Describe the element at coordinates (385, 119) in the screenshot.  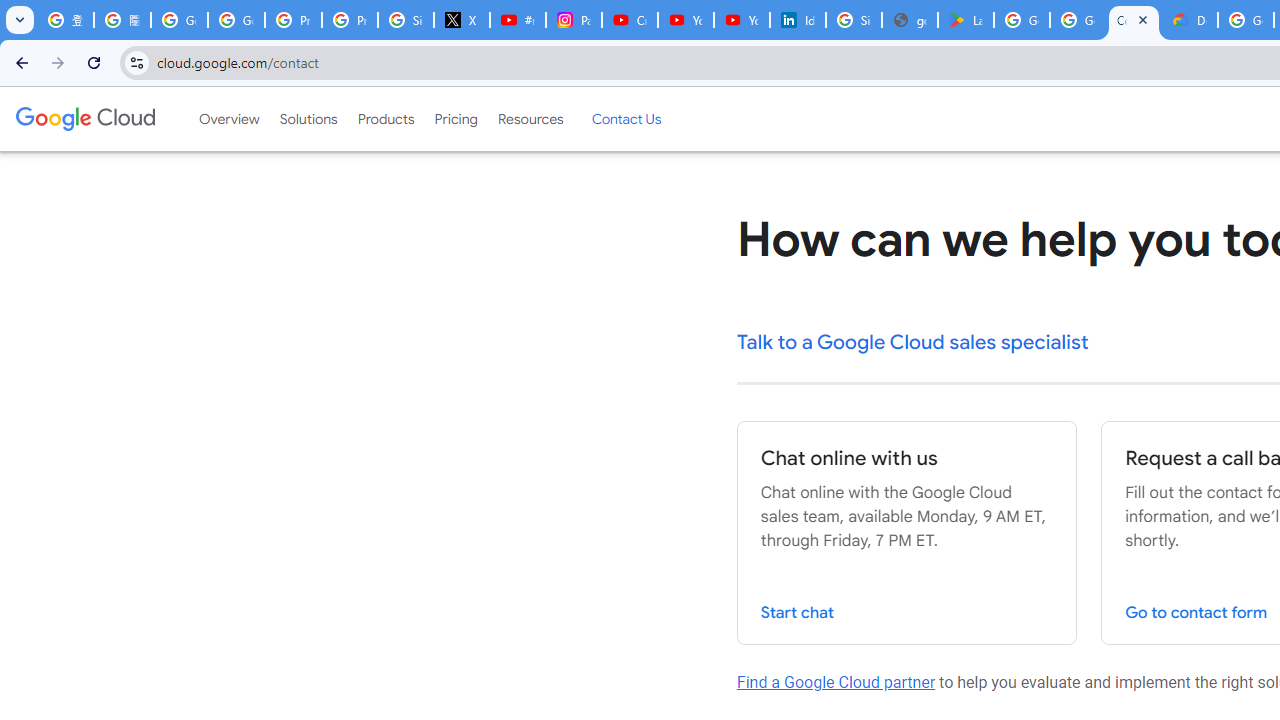
I see `'Products'` at that location.